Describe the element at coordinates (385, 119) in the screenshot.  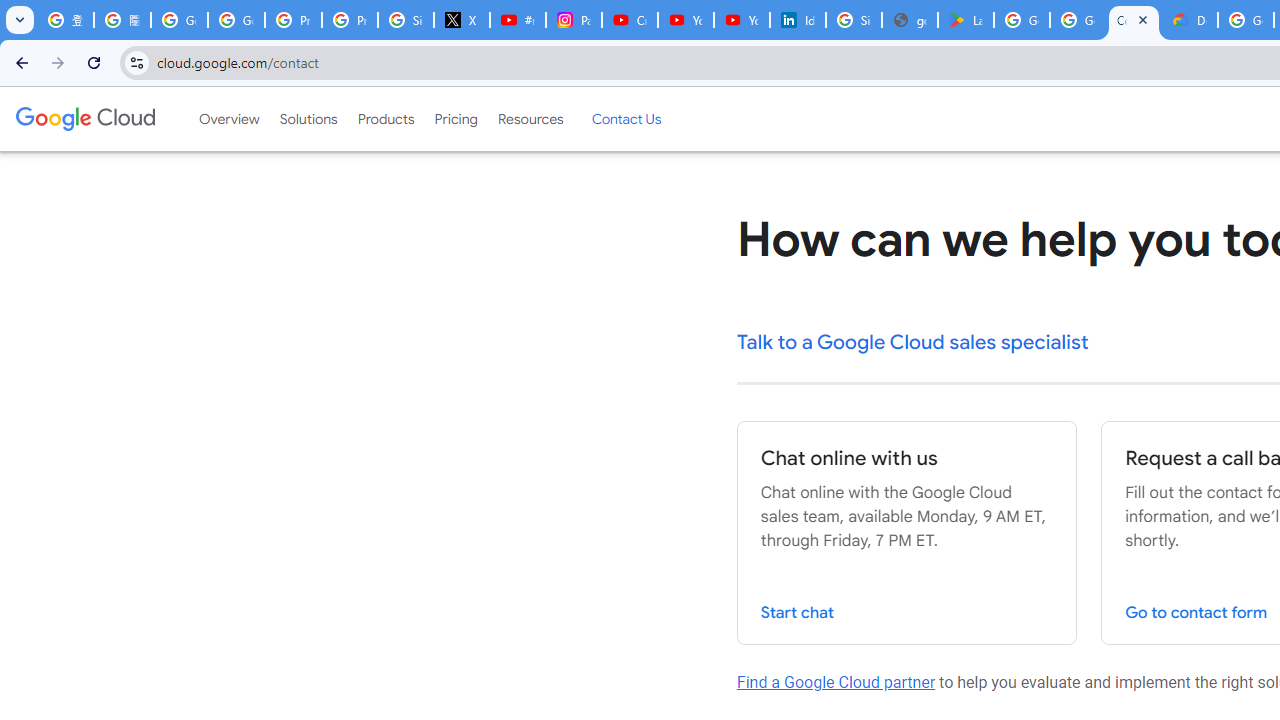
I see `'Products'` at that location.